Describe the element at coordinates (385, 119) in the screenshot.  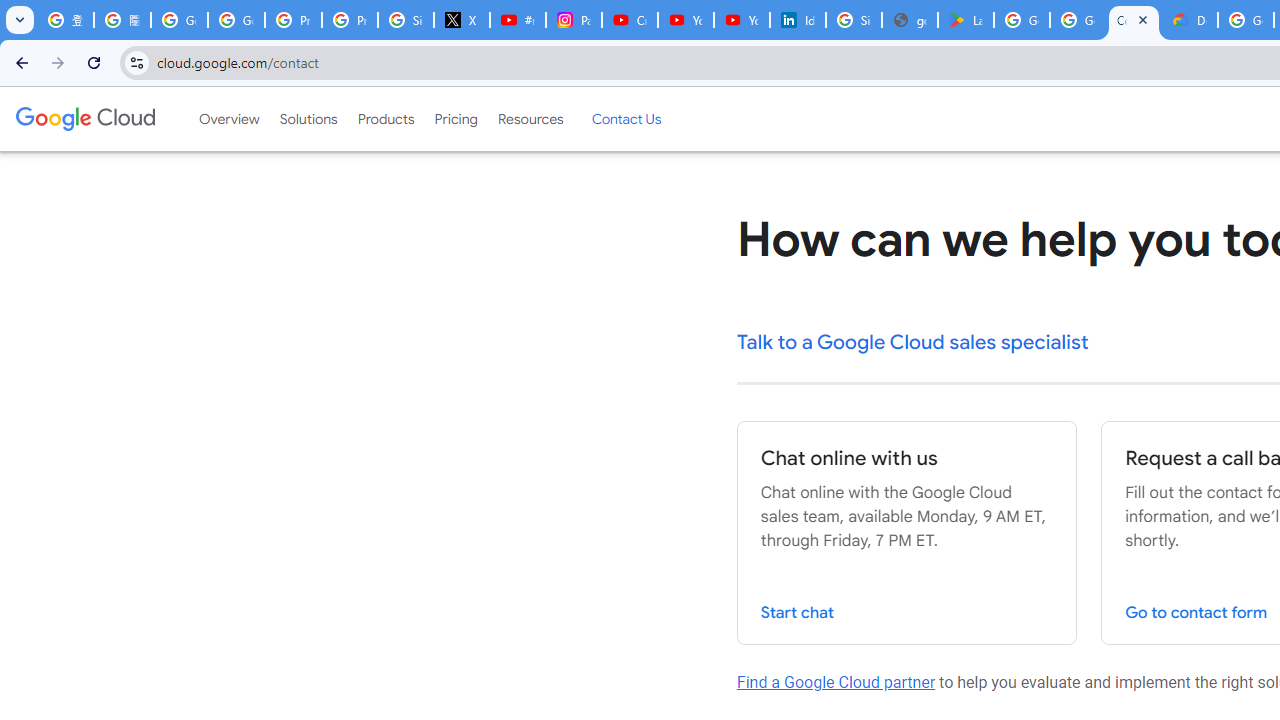
I see `'Products'` at that location.